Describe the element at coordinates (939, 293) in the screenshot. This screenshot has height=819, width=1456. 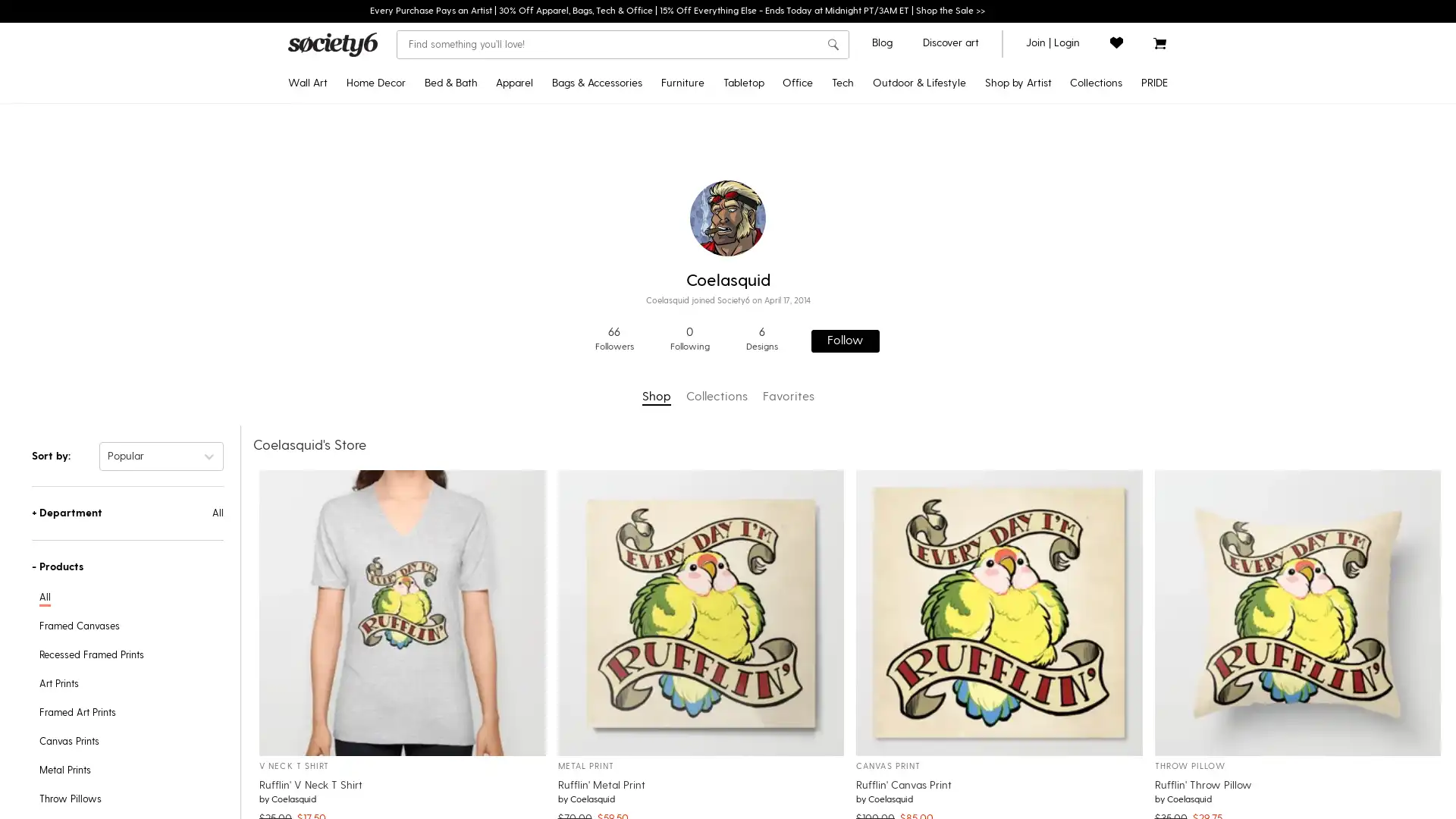
I see `Wine Chillers` at that location.